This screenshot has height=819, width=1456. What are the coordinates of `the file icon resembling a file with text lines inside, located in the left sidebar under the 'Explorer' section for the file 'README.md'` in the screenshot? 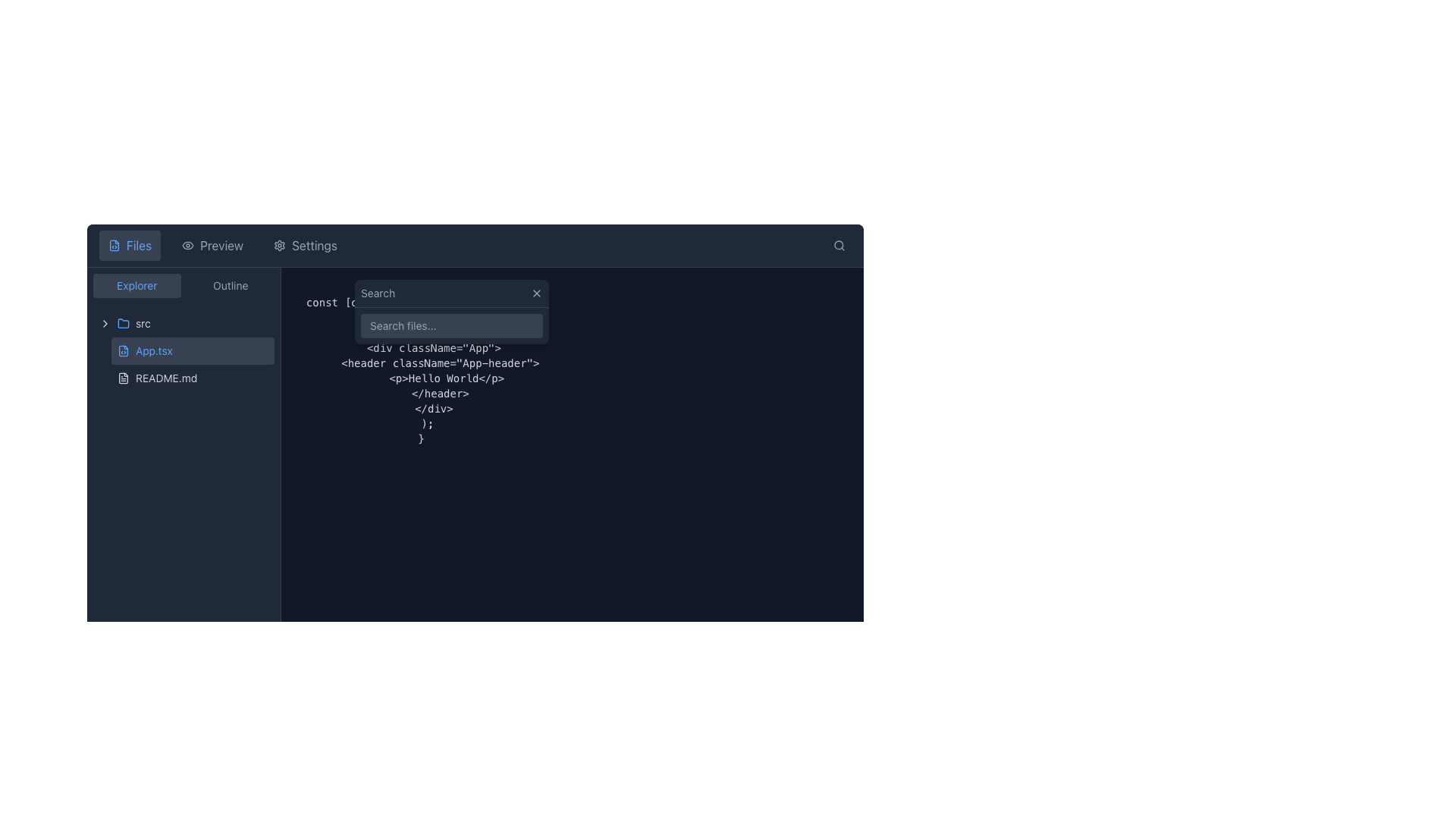 It's located at (124, 377).